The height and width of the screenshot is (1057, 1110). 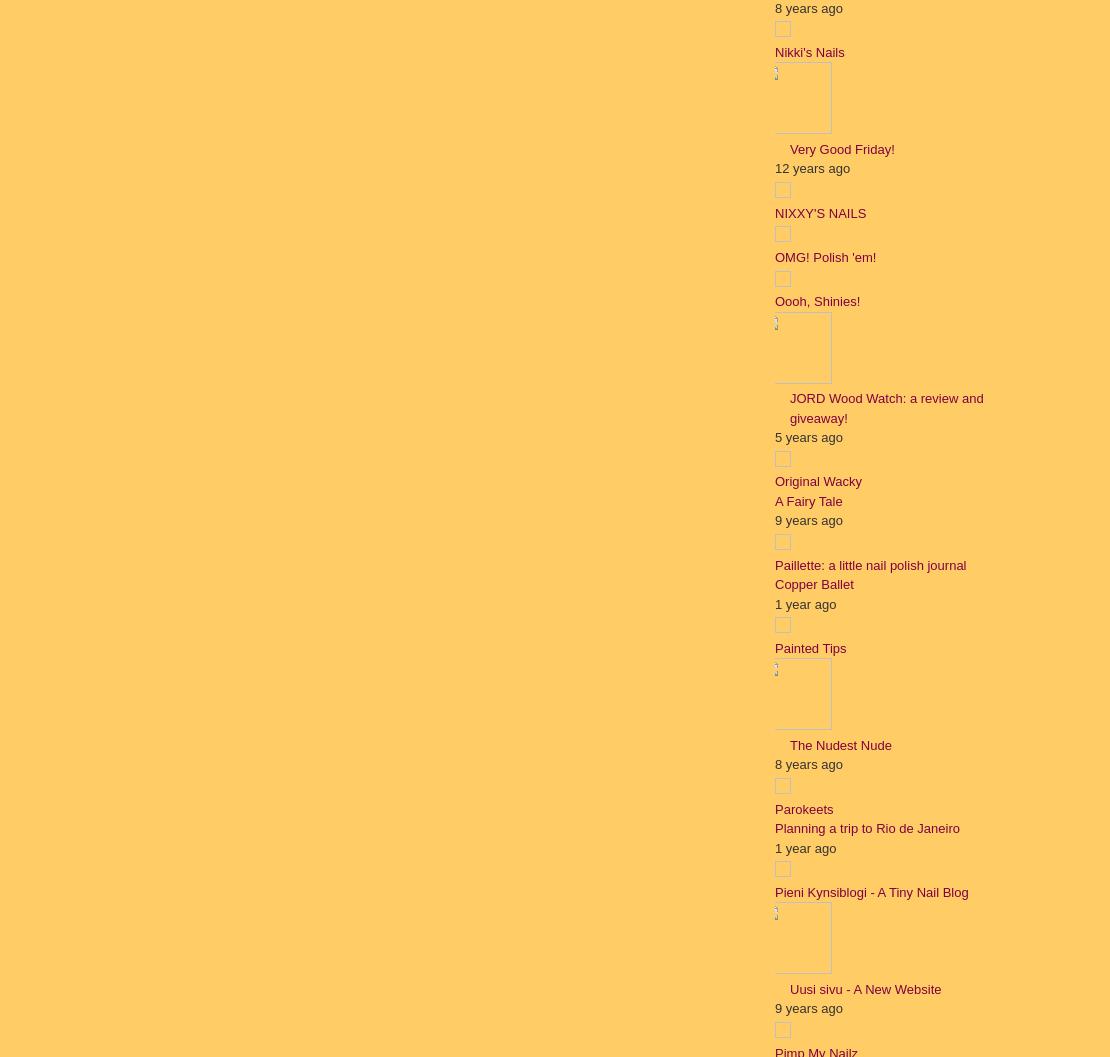 I want to click on 'Paillette: a little nail polish journal', so click(x=869, y=563).